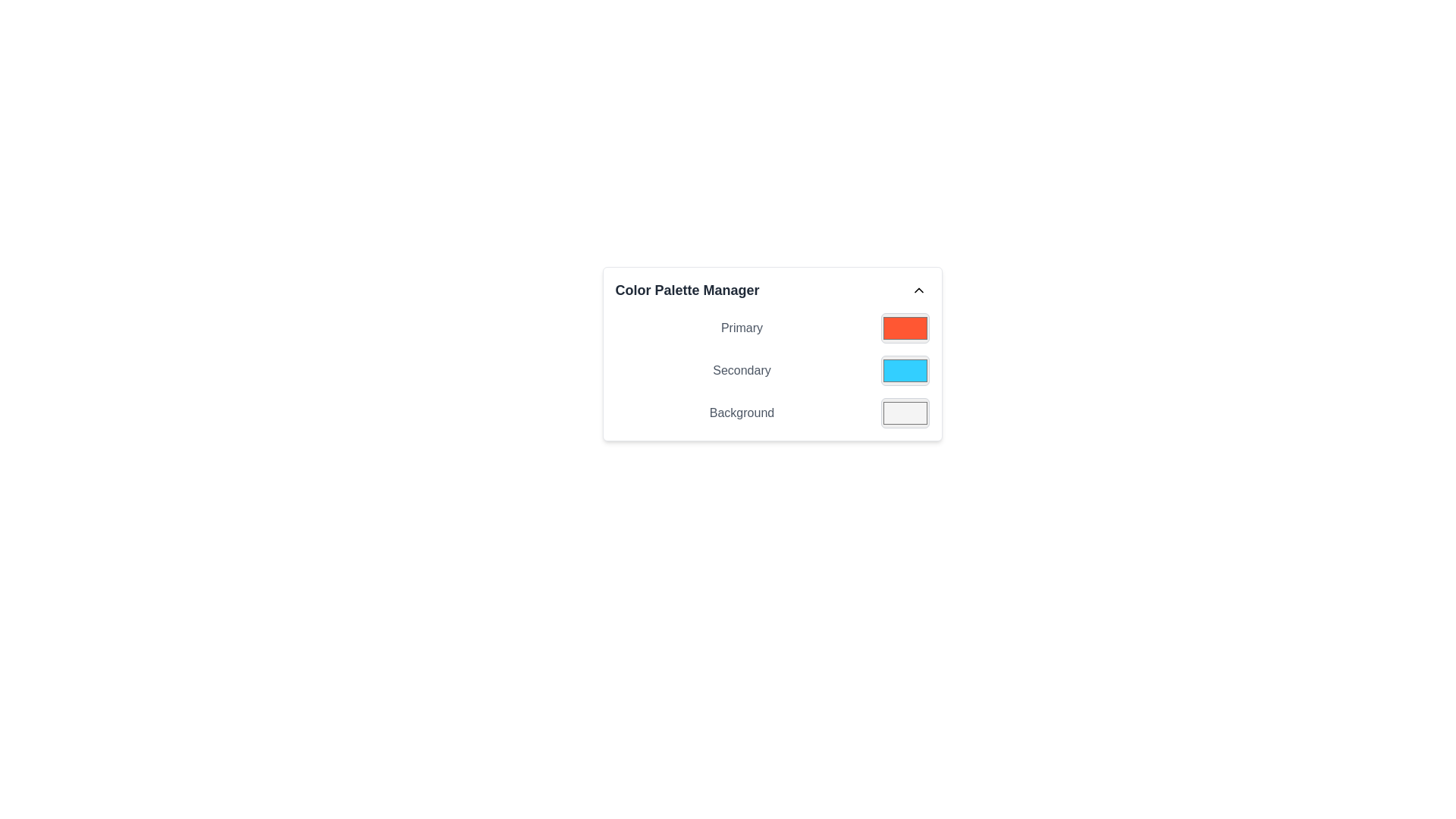  Describe the element at coordinates (918, 290) in the screenshot. I see `the upward-facing chevron icon located in the top-right corner of the color palette manager box` at that location.